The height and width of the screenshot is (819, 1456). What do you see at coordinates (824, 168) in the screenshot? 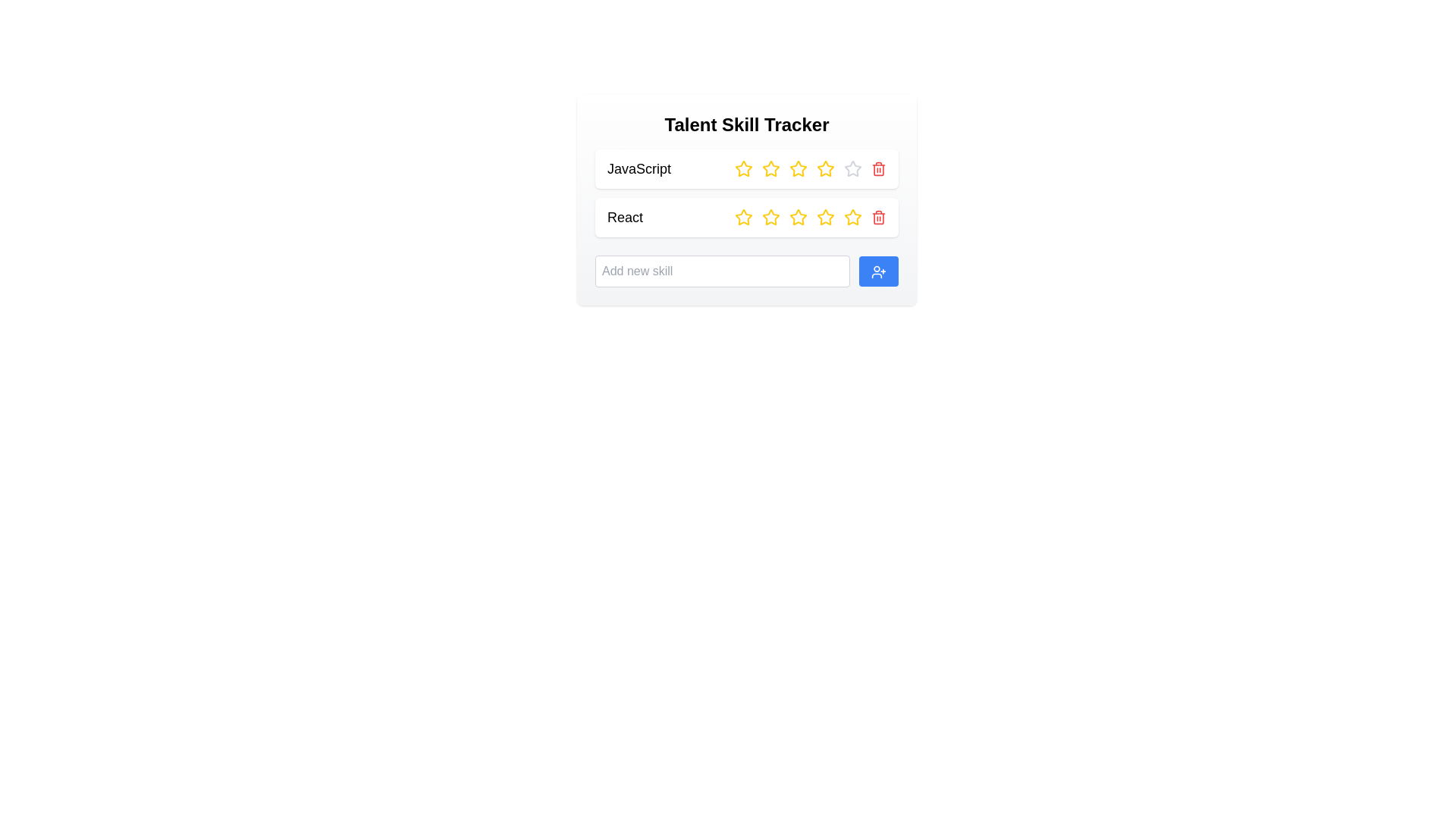
I see `on the fourth star rating icon for the 'JavaScript' skill` at bounding box center [824, 168].